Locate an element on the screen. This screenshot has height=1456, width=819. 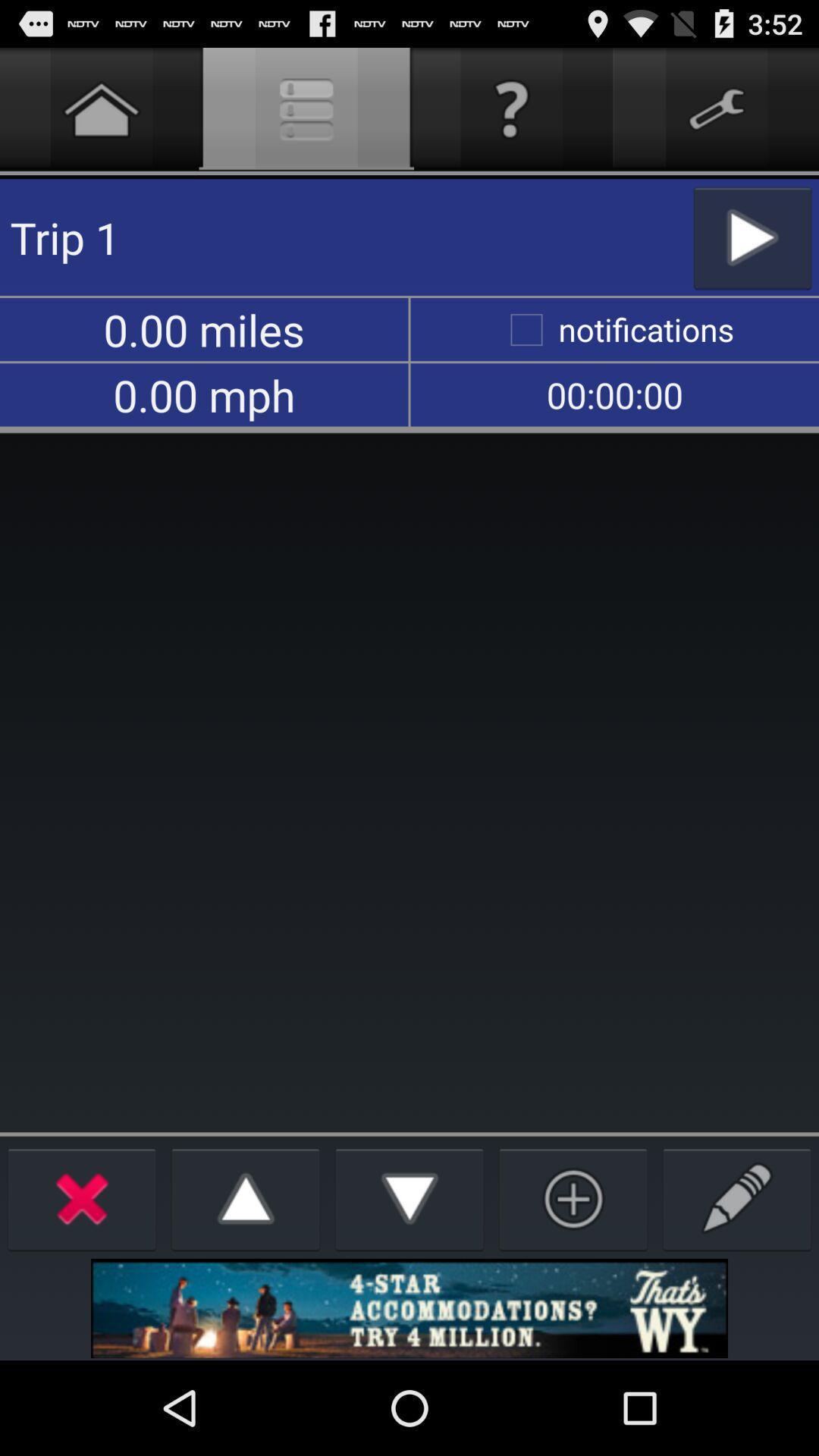
option is located at coordinates (573, 1197).